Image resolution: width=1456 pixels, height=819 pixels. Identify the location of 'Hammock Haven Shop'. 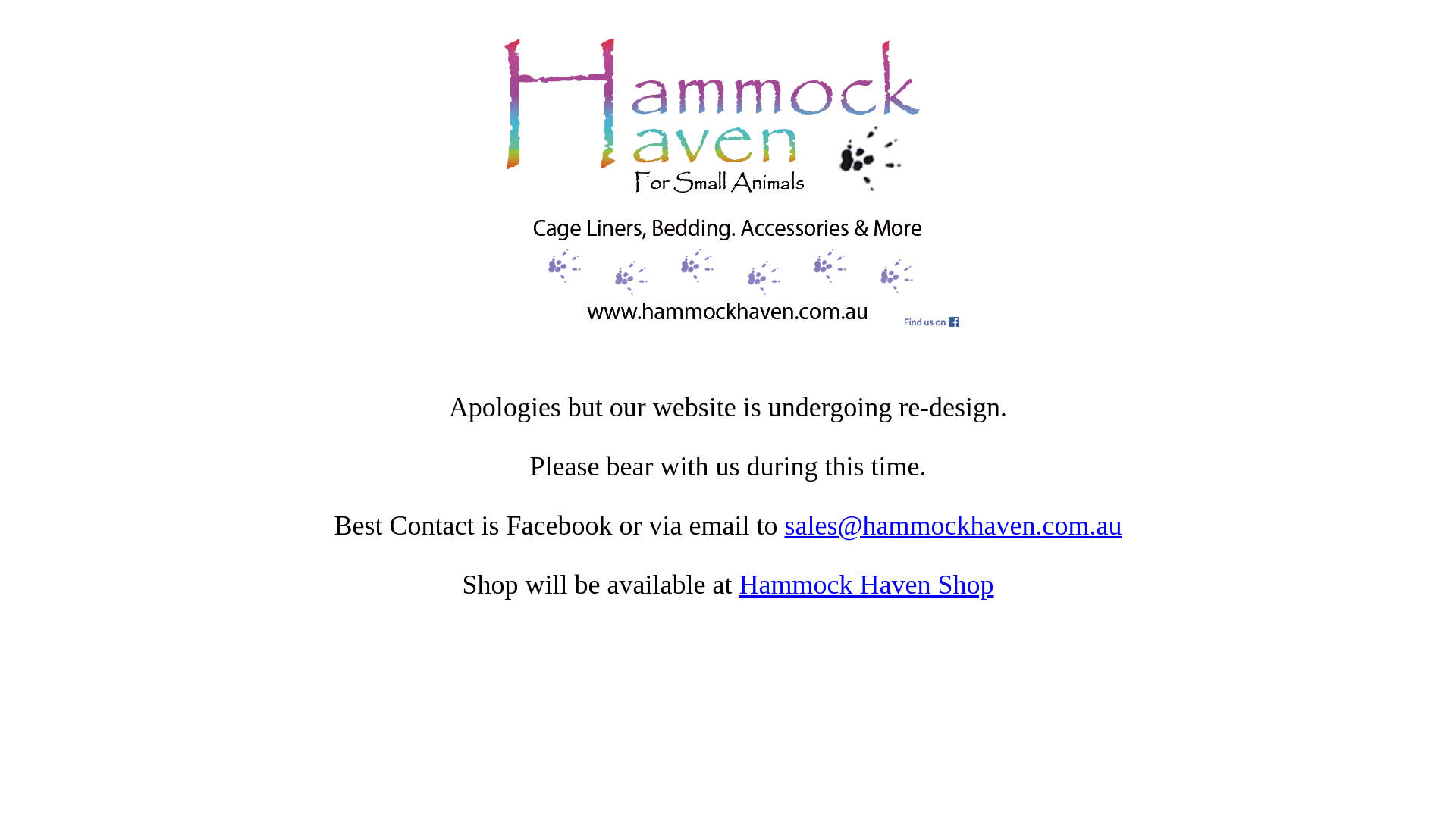
(866, 584).